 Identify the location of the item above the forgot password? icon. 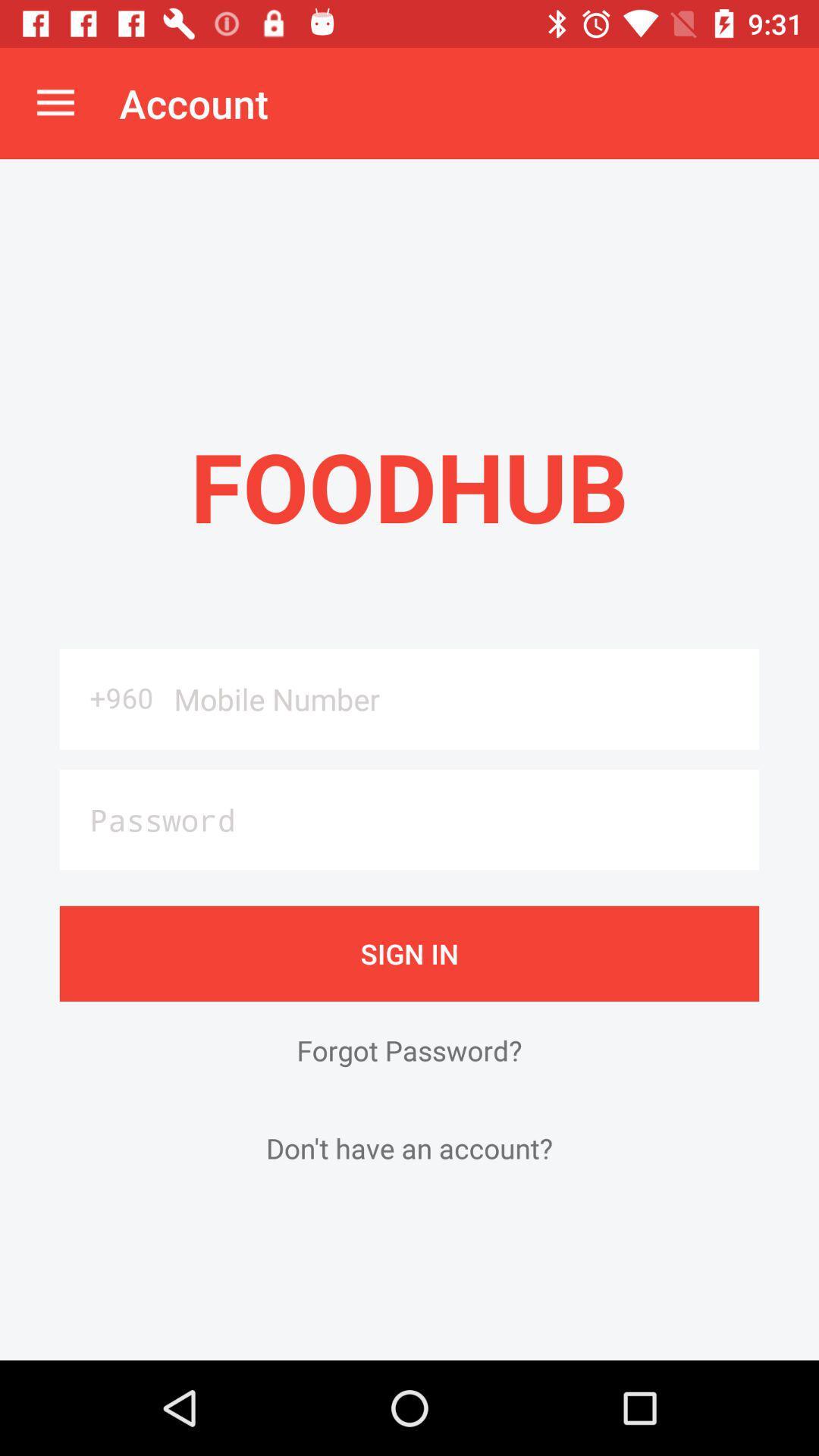
(409, 952).